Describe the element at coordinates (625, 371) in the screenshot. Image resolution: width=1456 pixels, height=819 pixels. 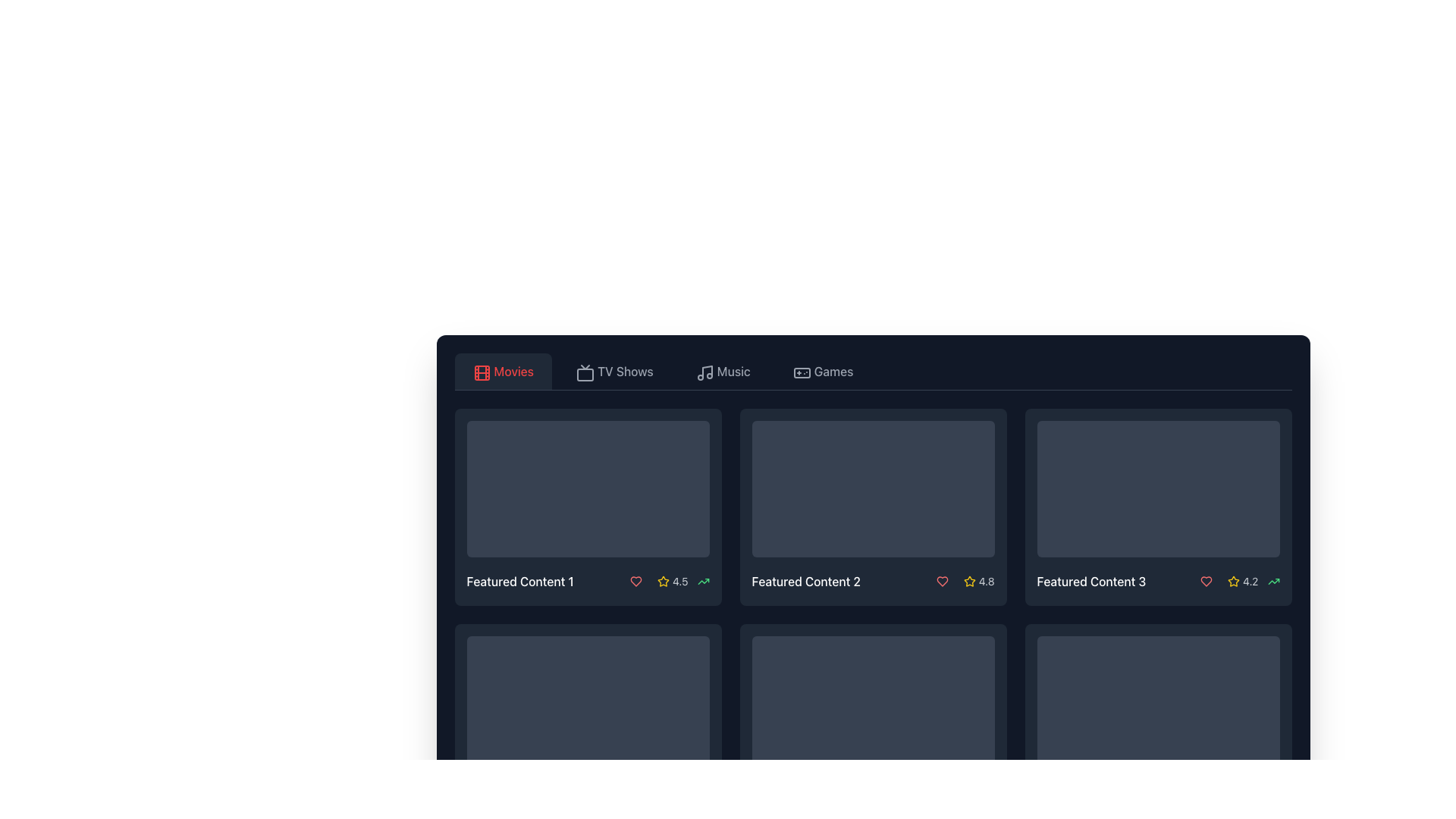
I see `the 'TV Shows' navigation tab to filter and display content related to TV shows` at that location.